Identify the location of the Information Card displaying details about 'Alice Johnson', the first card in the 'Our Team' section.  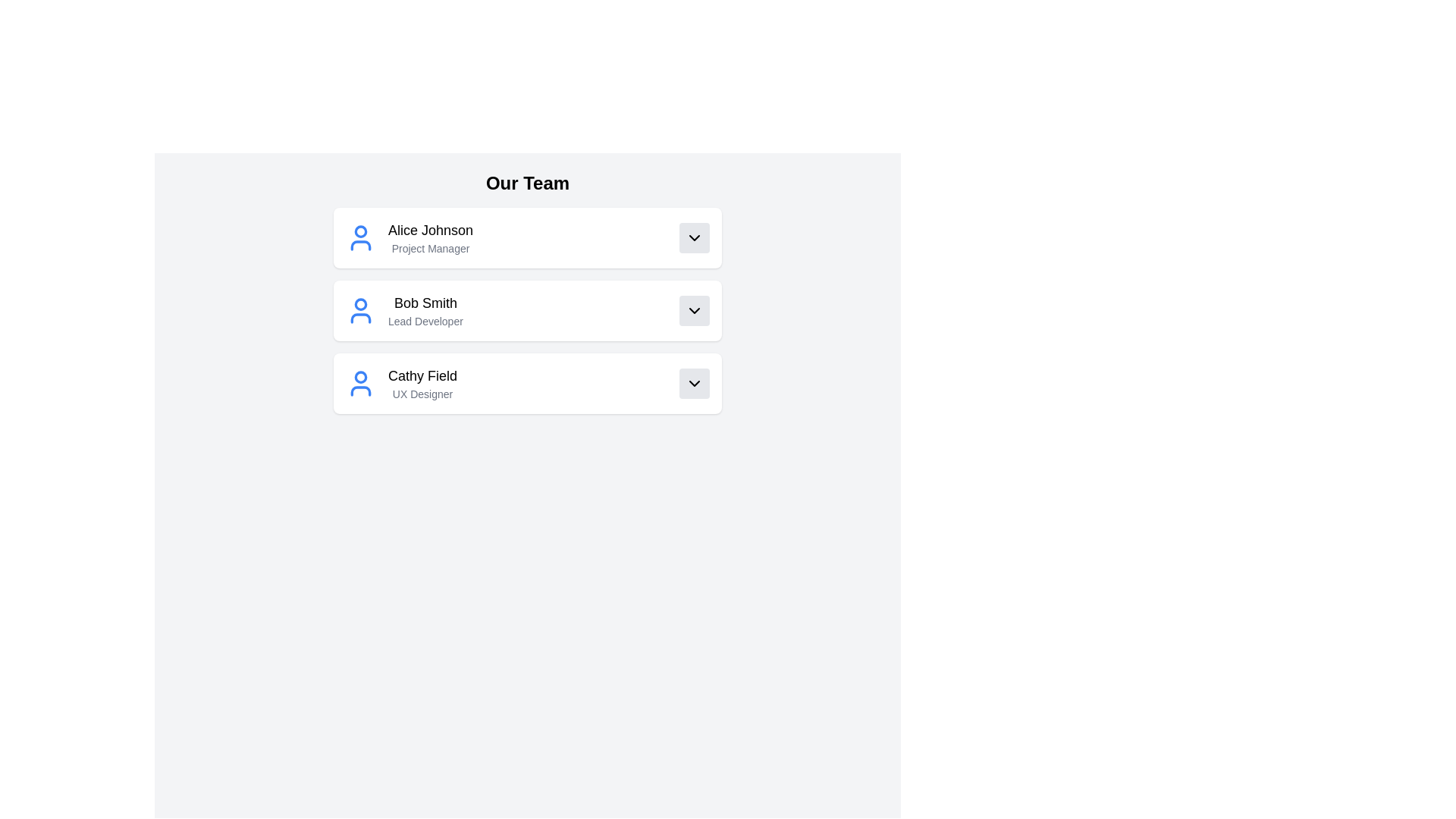
(409, 237).